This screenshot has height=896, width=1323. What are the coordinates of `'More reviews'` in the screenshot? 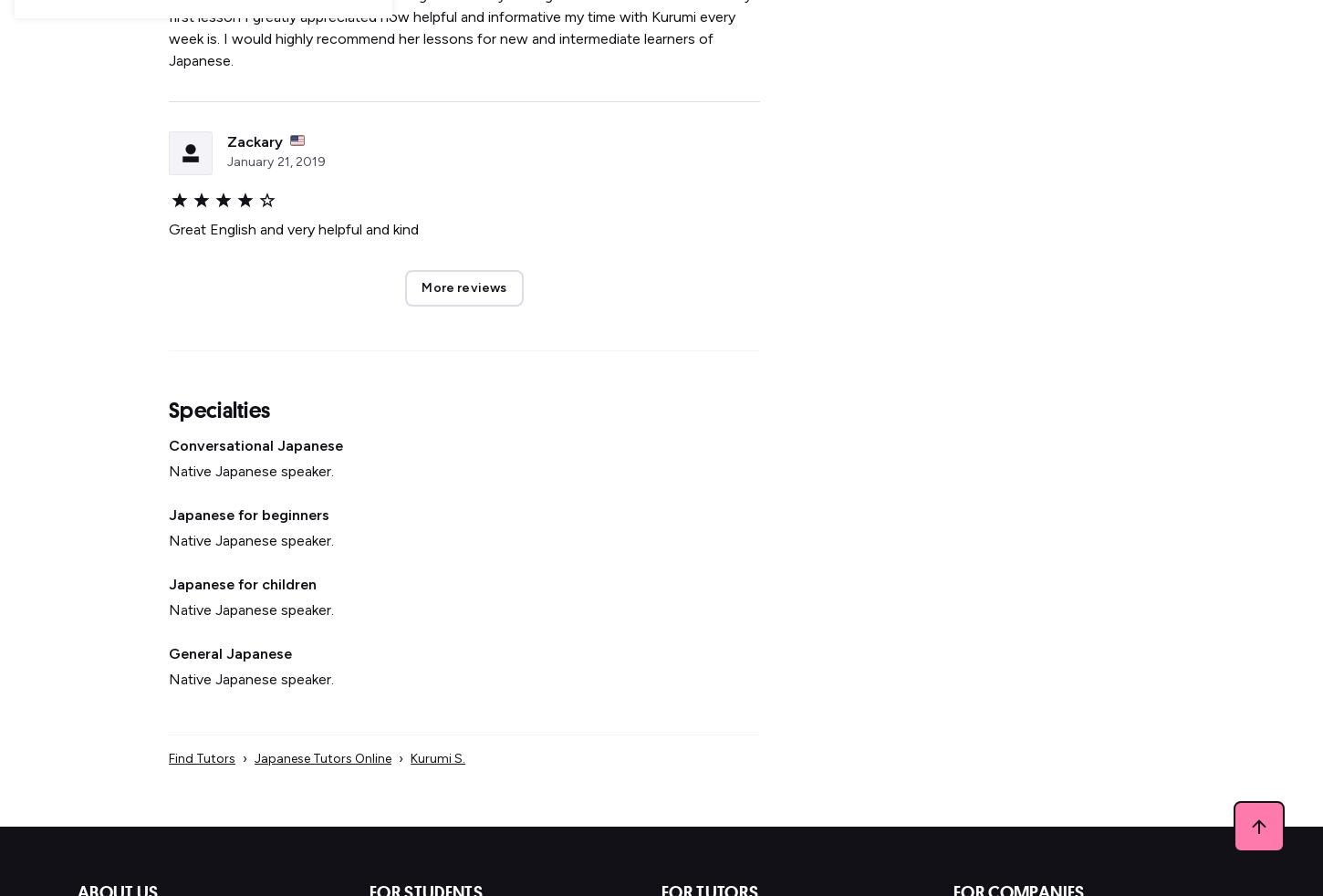 It's located at (464, 287).